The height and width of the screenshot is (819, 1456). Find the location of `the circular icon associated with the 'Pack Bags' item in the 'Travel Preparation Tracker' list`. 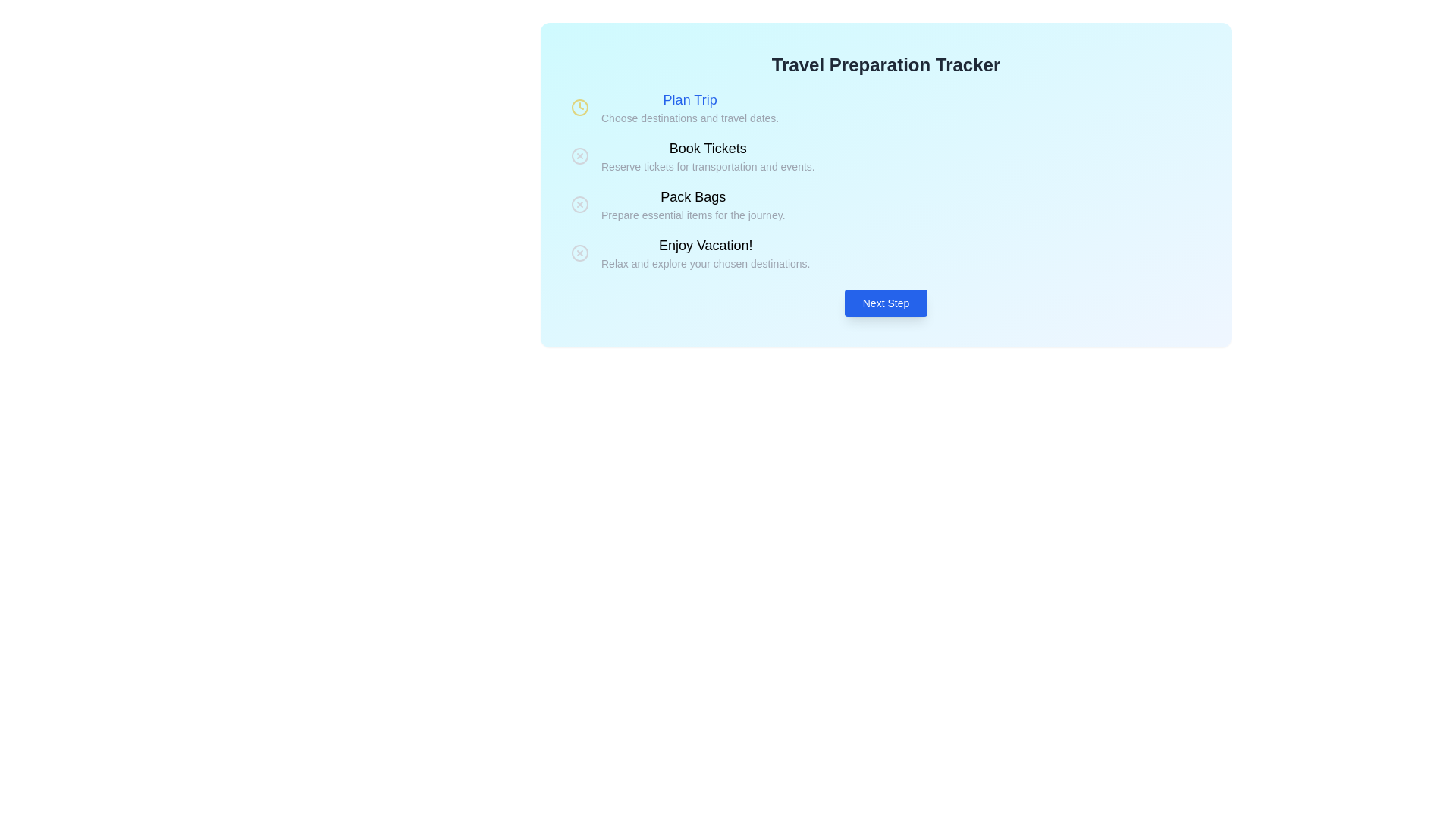

the circular icon associated with the 'Pack Bags' item in the 'Travel Preparation Tracker' list is located at coordinates (579, 205).